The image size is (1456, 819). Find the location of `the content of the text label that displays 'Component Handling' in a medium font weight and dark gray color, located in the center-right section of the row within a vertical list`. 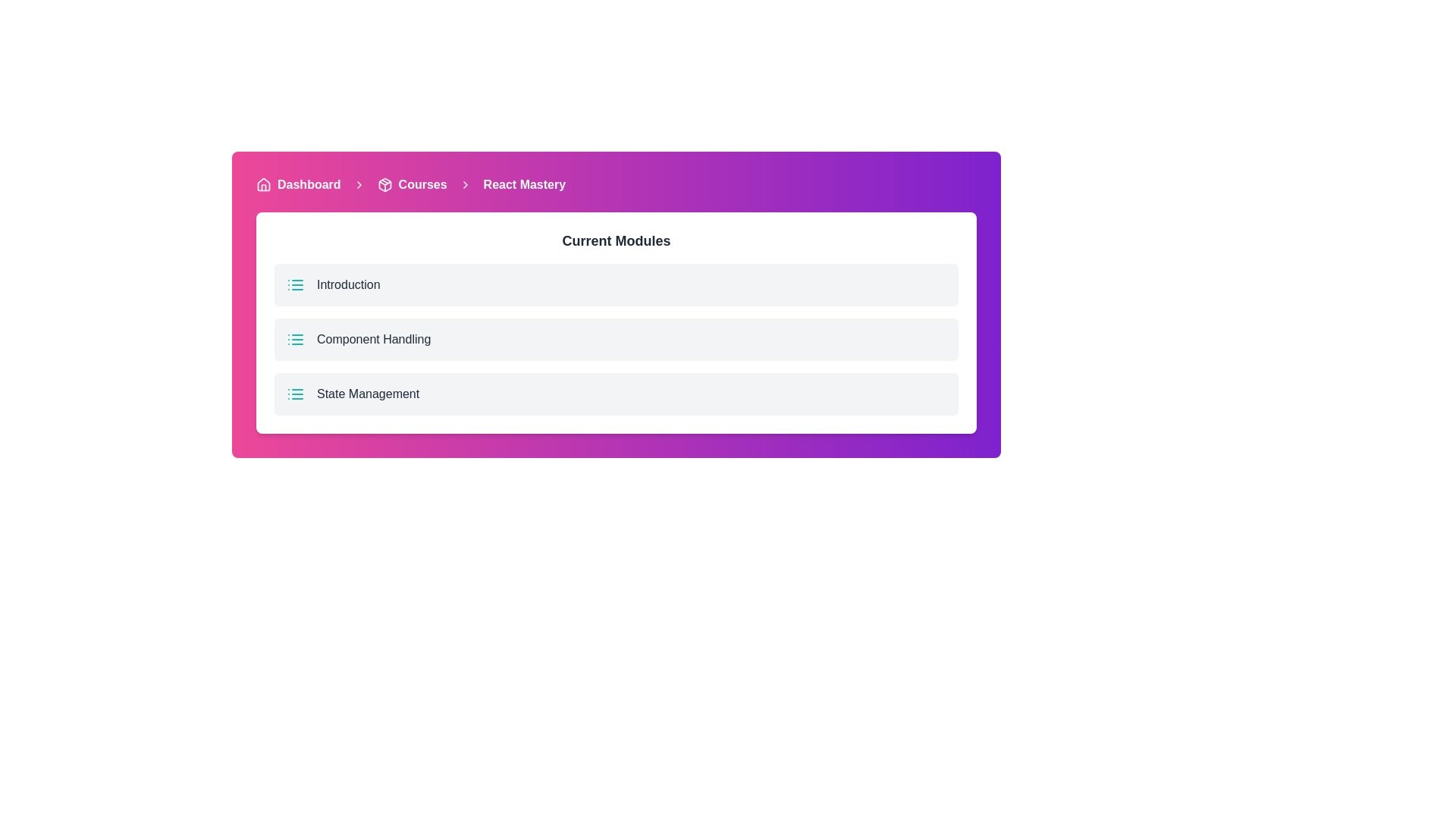

the content of the text label that displays 'Component Handling' in a medium font weight and dark gray color, located in the center-right section of the row within a vertical list is located at coordinates (374, 338).